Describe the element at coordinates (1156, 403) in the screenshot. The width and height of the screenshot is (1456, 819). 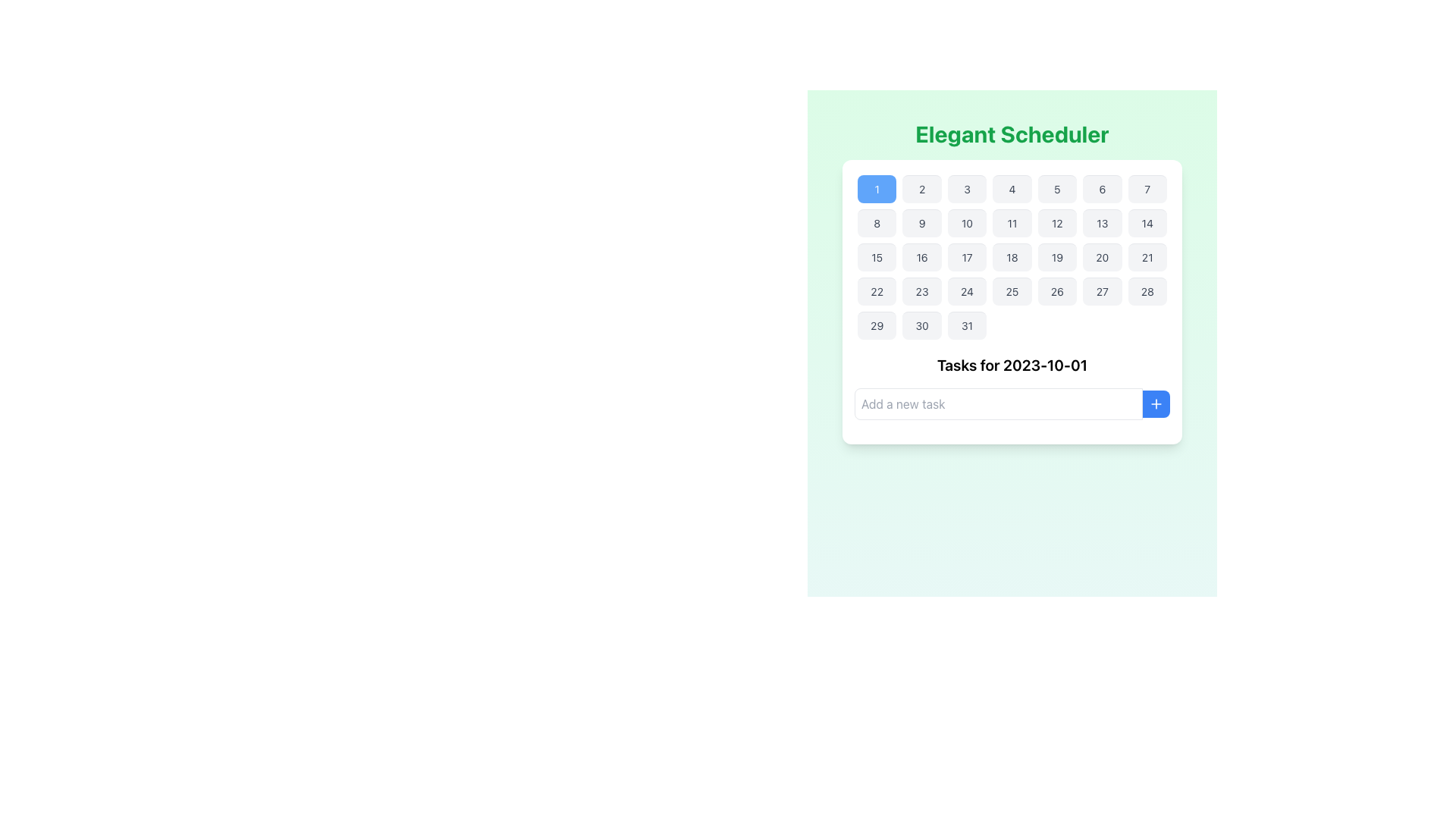
I see `the button located at the far right of the horizontal task input bar` at that location.